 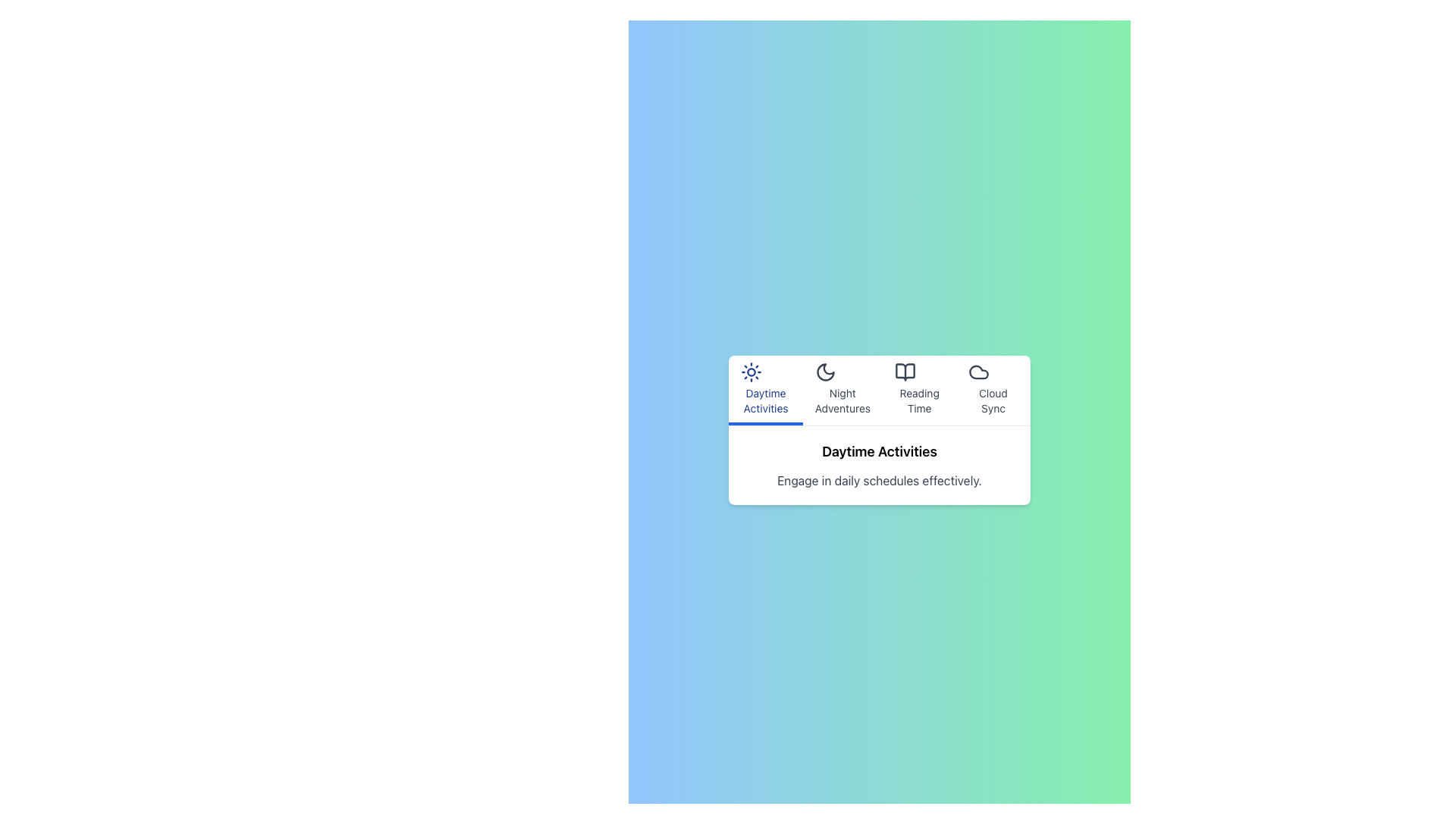 I want to click on the SVG Circle Element that represents the daytime activity feature, which is part of the sun illustration in the 'Daytime Activities' button in the navigation bar, so click(x=752, y=372).